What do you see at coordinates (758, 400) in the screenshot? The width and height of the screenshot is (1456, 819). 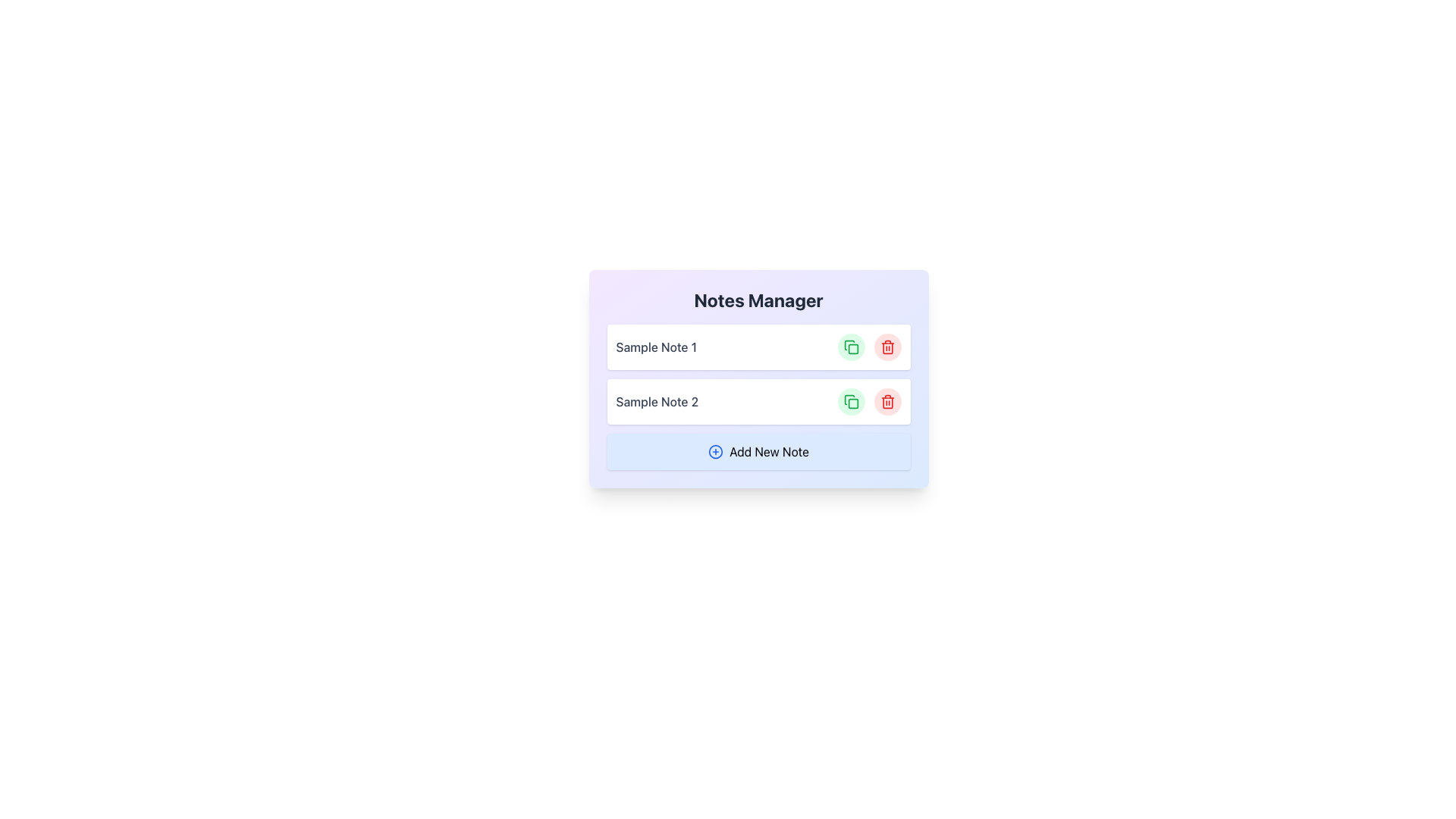 I see `the second note card in the note management interface` at bounding box center [758, 400].